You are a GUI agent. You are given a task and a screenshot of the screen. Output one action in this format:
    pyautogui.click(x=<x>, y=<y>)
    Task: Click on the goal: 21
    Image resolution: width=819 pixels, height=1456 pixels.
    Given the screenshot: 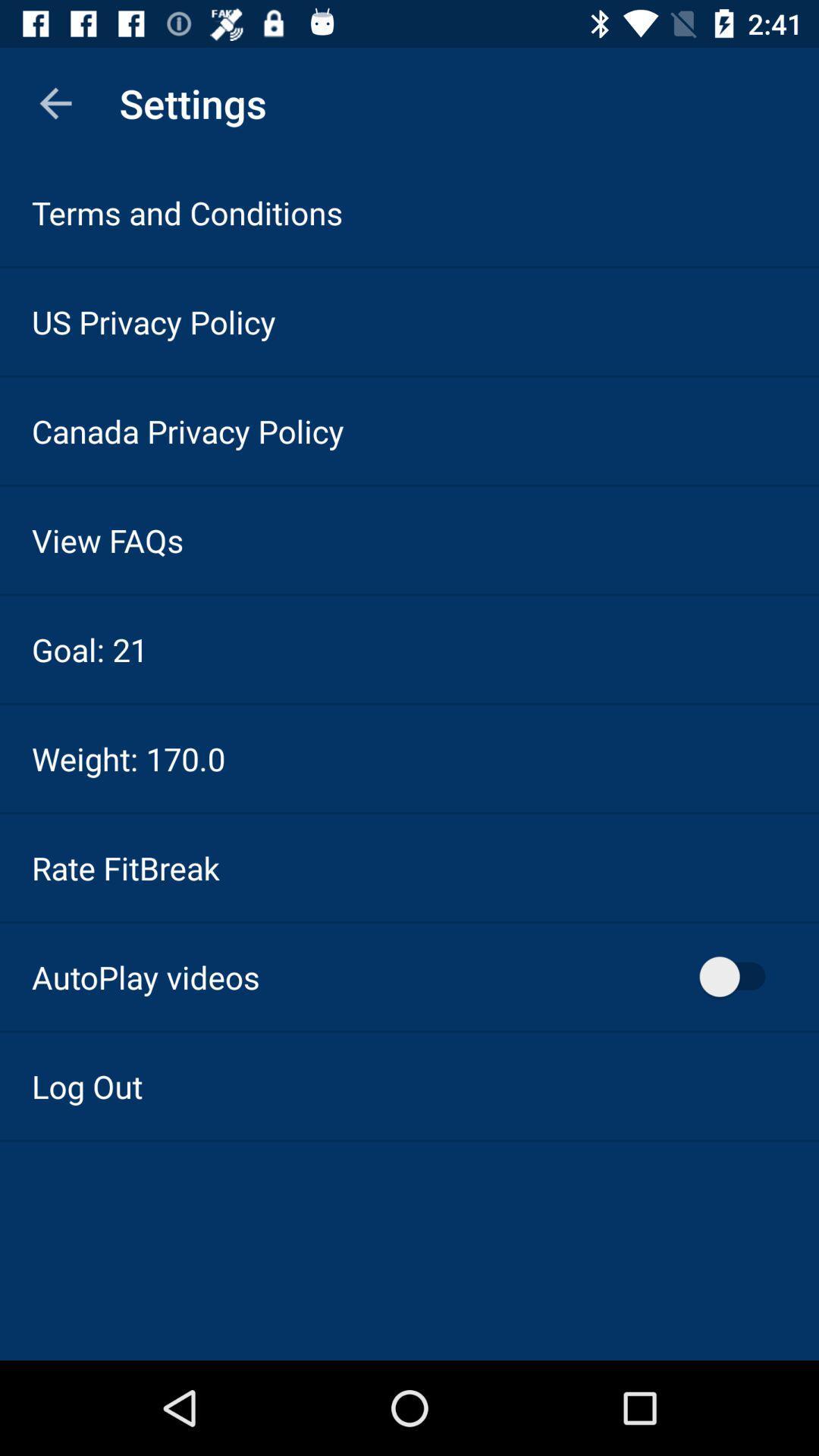 What is the action you would take?
    pyautogui.click(x=89, y=649)
    